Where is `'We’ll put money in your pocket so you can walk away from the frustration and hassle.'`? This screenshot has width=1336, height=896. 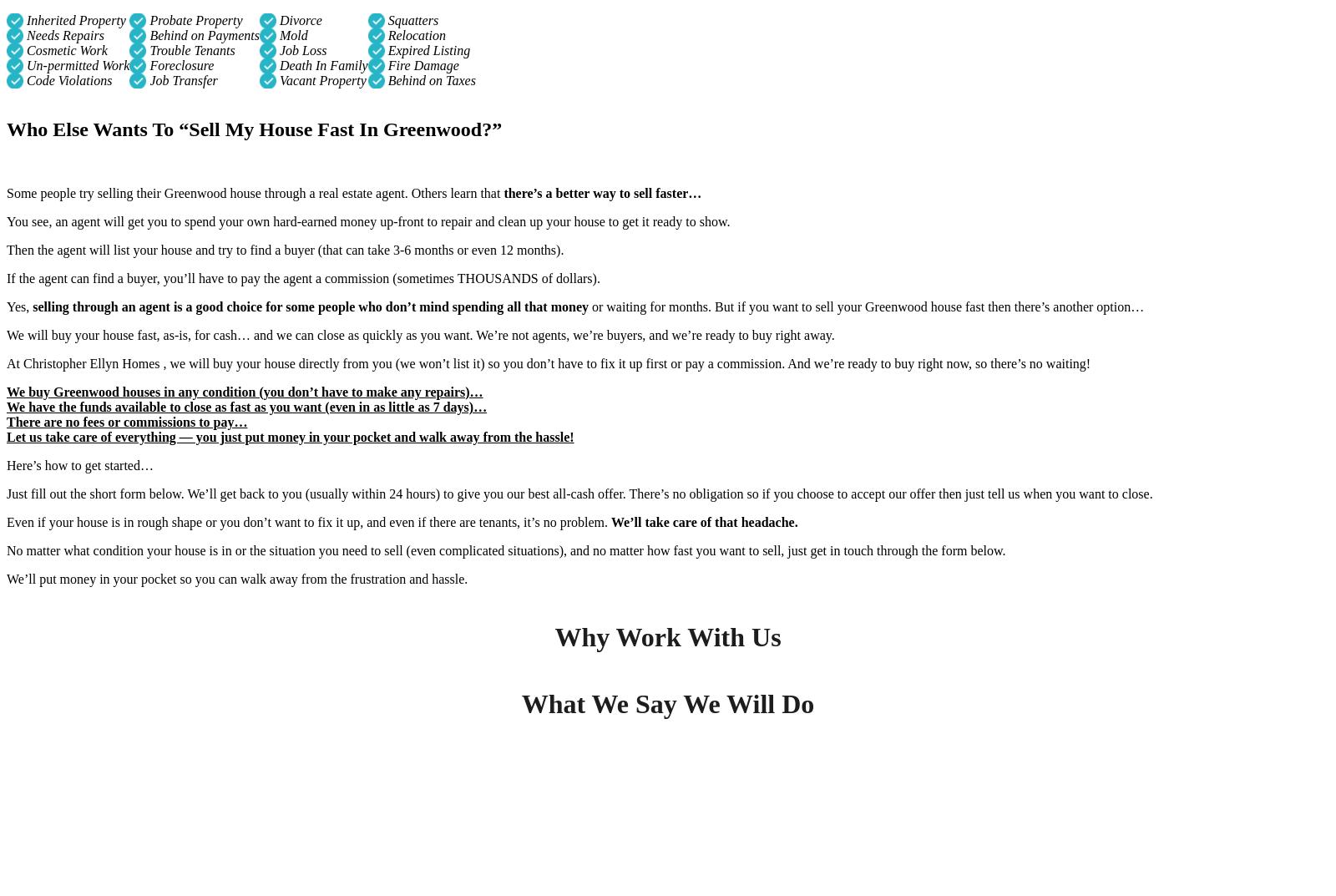
'We’ll put money in your pocket so you can walk away from the frustration and hassle.' is located at coordinates (237, 578).